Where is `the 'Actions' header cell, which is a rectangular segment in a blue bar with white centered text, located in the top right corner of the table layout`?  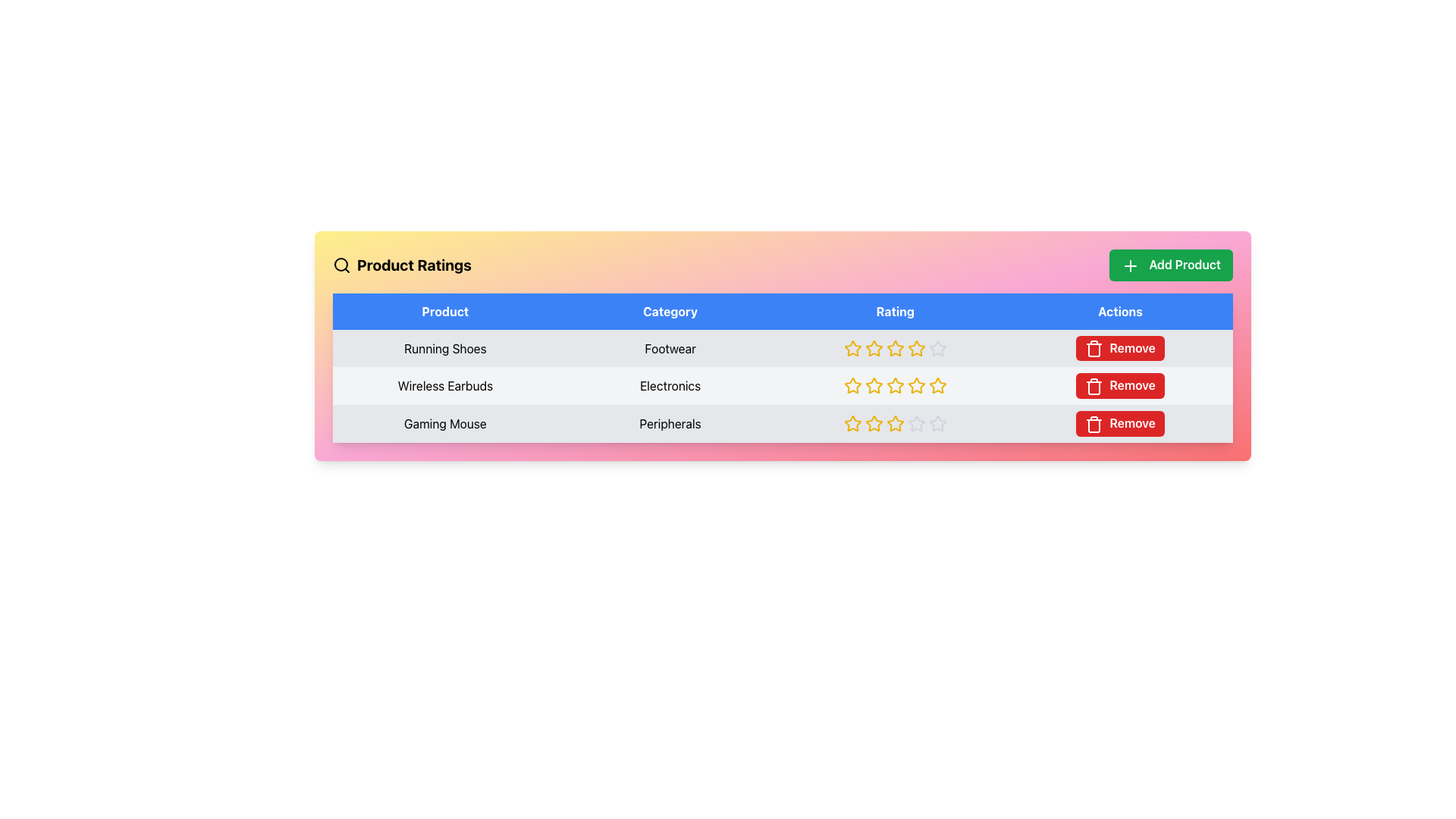 the 'Actions' header cell, which is a rectangular segment in a blue bar with white centered text, located in the top right corner of the table layout is located at coordinates (1120, 310).